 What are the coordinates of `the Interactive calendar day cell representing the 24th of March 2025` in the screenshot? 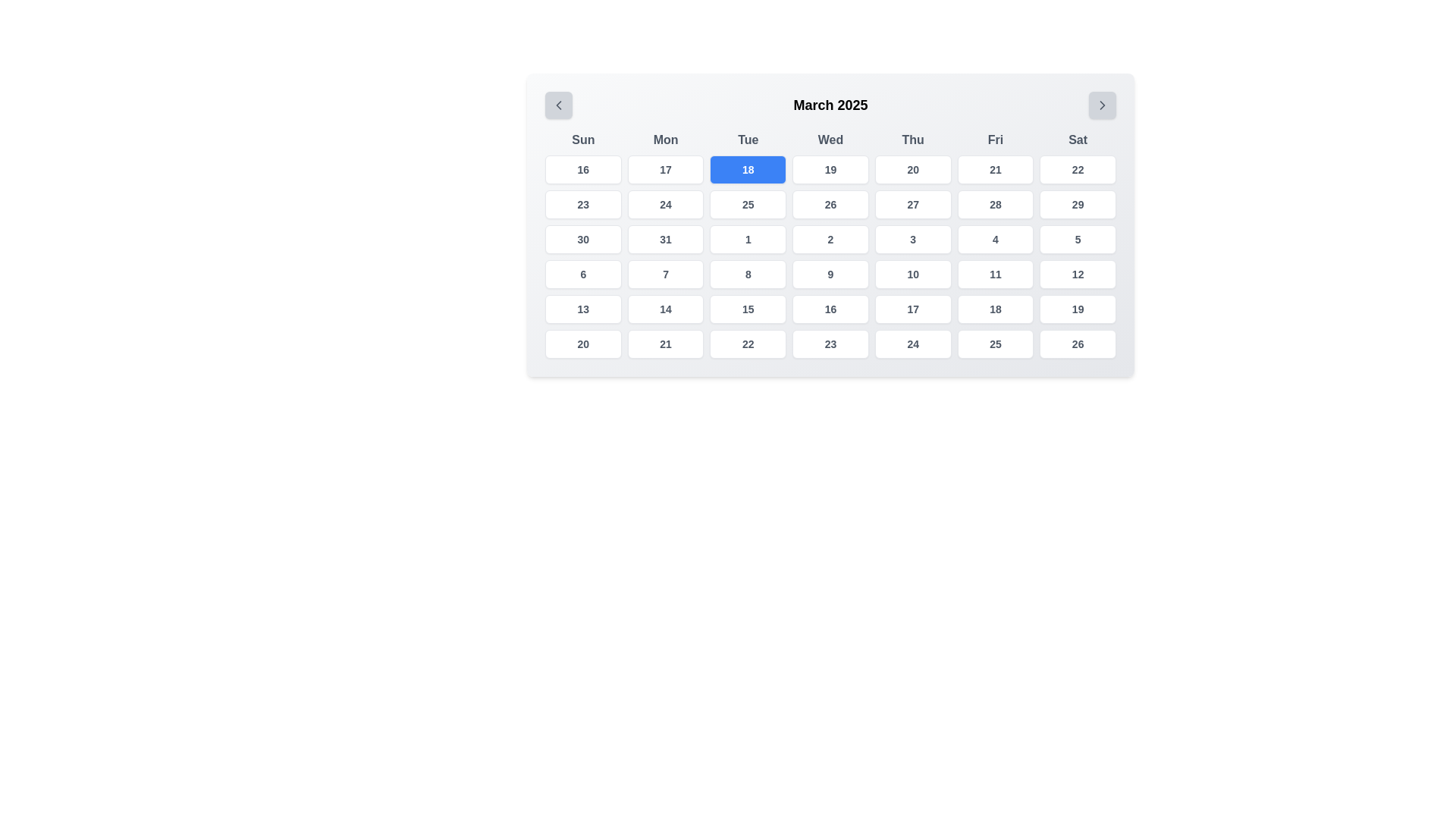 It's located at (666, 205).